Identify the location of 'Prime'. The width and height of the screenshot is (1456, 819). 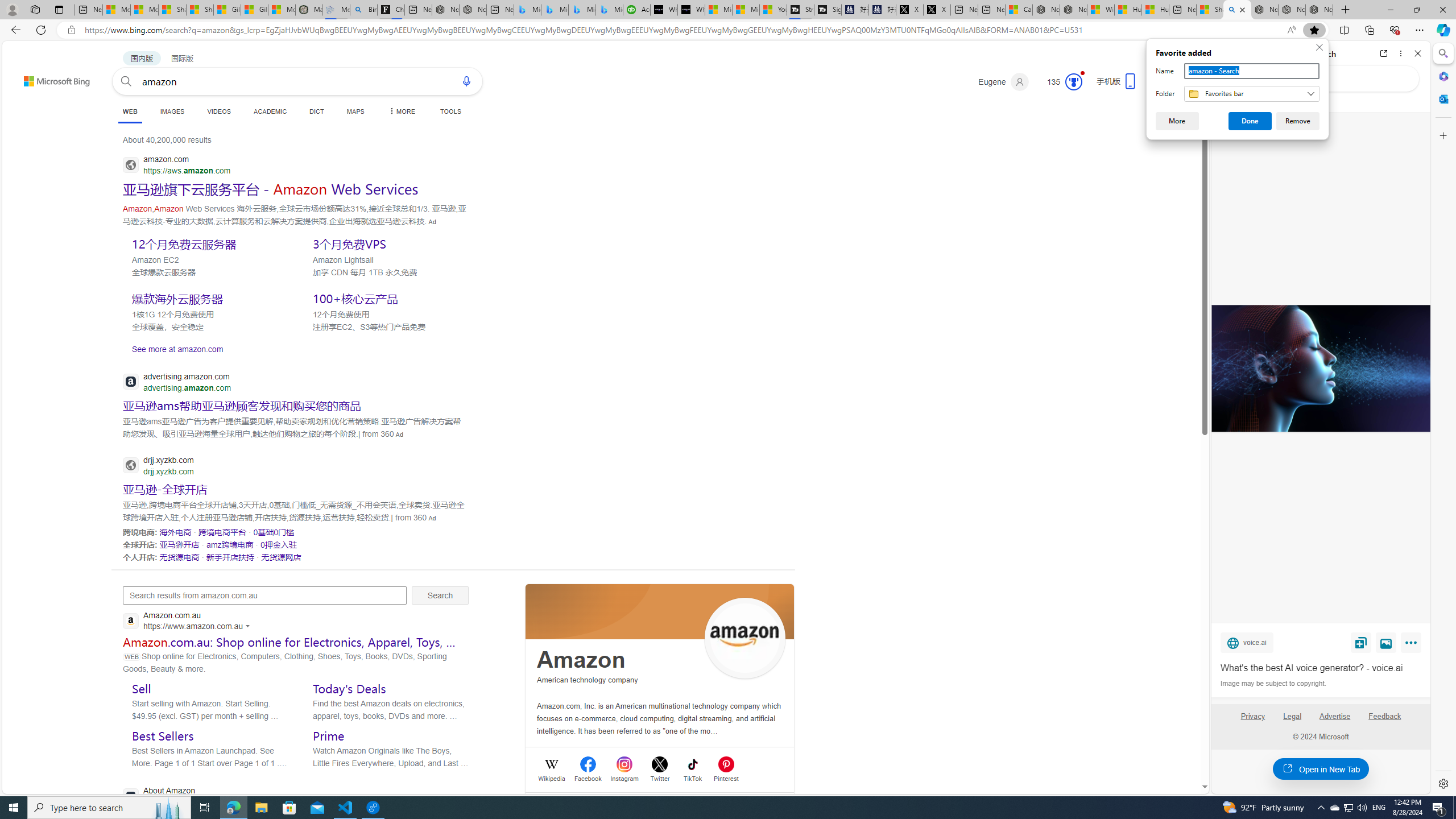
(329, 735).